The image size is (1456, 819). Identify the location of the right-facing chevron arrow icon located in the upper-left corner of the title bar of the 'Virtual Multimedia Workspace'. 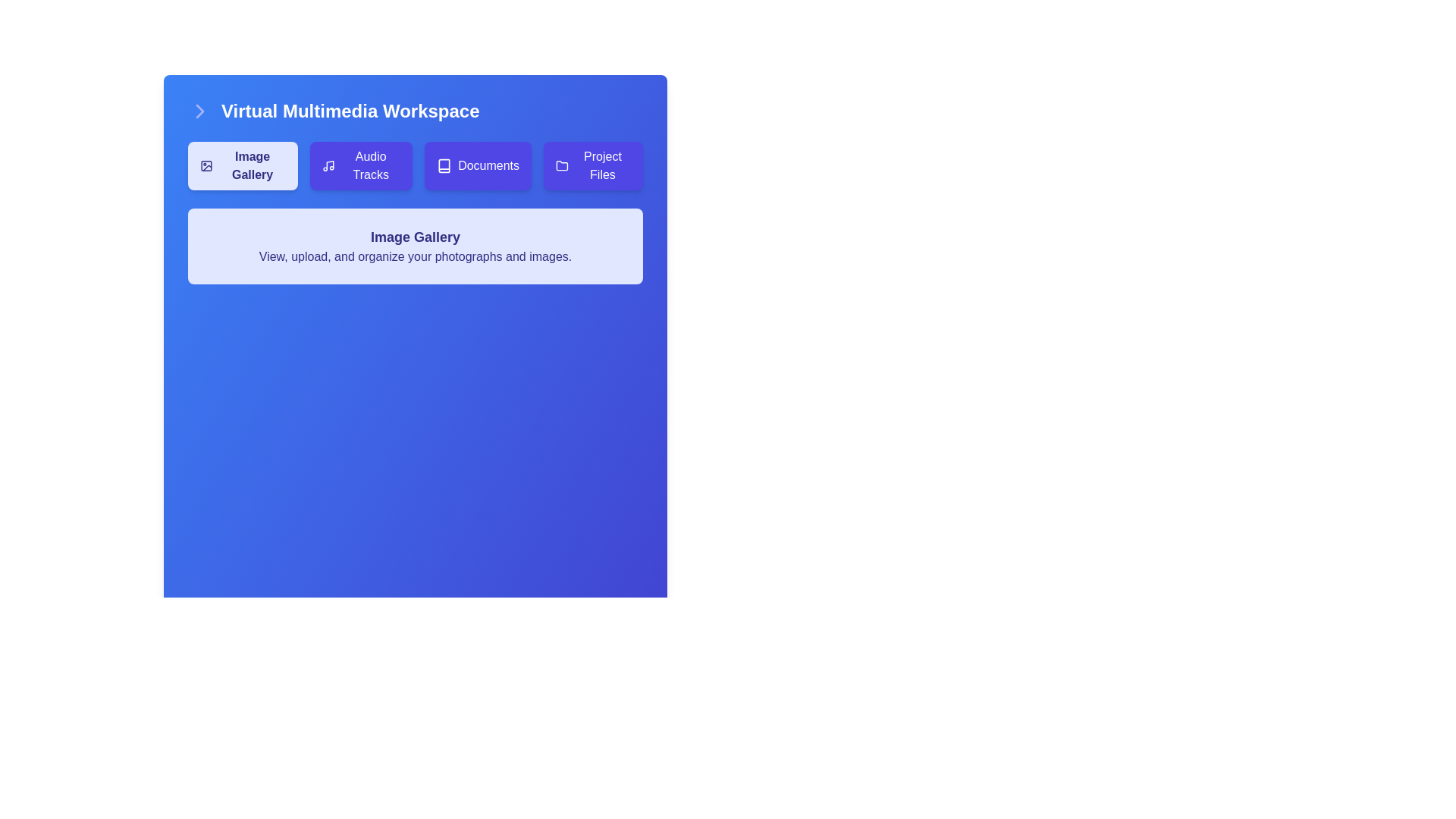
(199, 110).